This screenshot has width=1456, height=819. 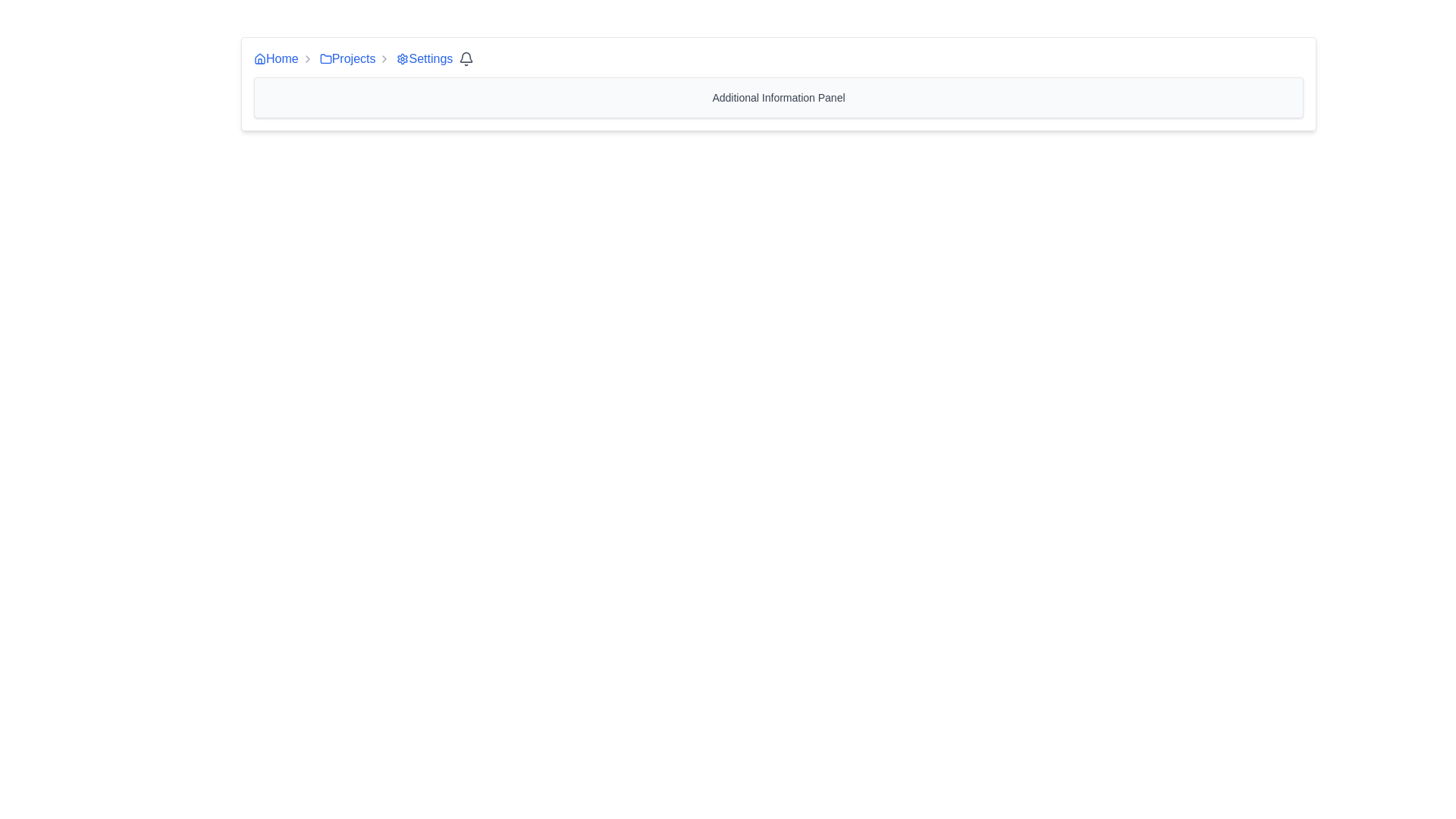 I want to click on the rightward chevron icon used for navigation, which is styled in gray and is part of a breadcrumb navigation component, so click(x=306, y=58).